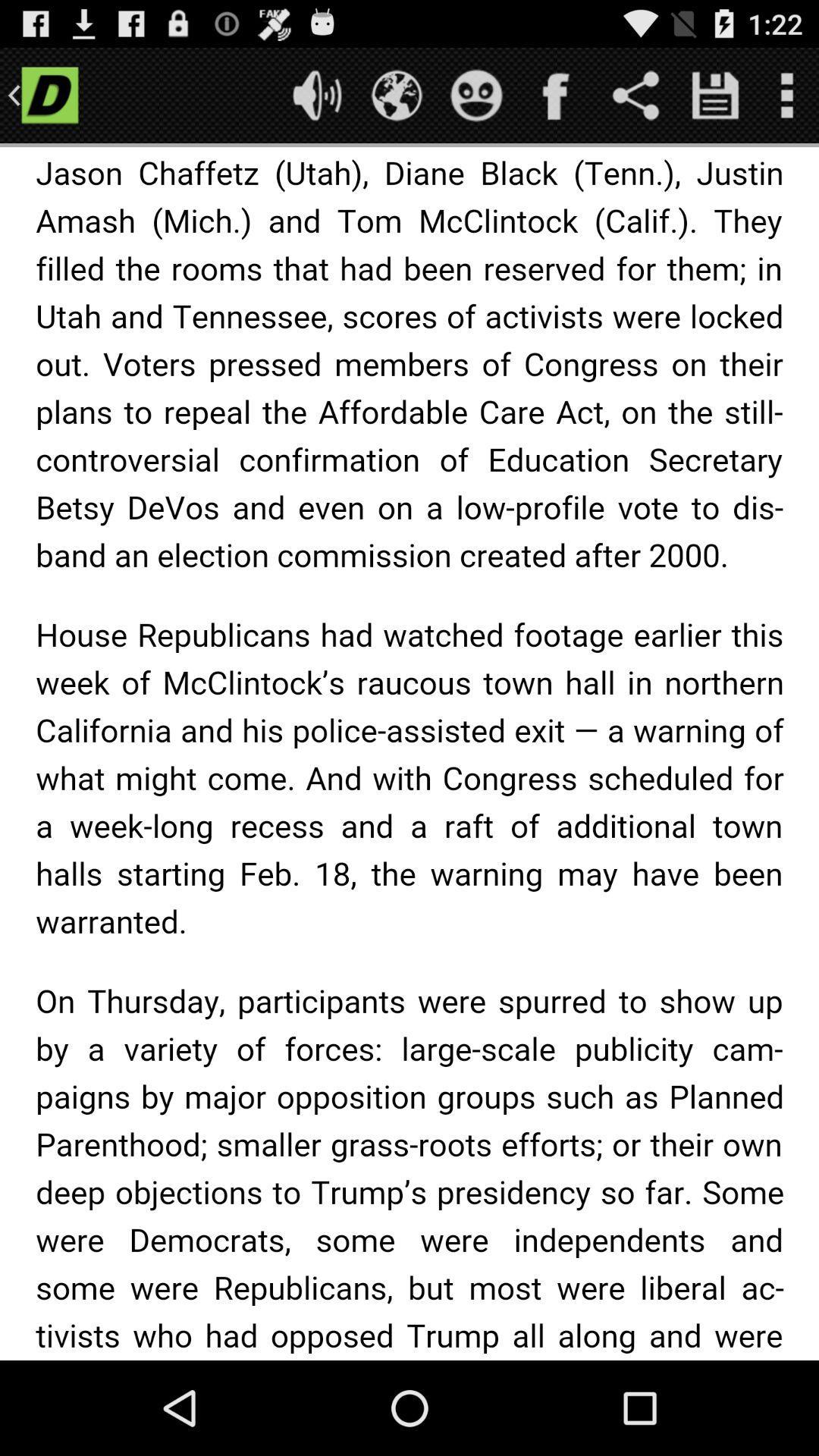 Image resolution: width=819 pixels, height=1456 pixels. Describe the element at coordinates (715, 101) in the screenshot. I see `the save icon` at that location.